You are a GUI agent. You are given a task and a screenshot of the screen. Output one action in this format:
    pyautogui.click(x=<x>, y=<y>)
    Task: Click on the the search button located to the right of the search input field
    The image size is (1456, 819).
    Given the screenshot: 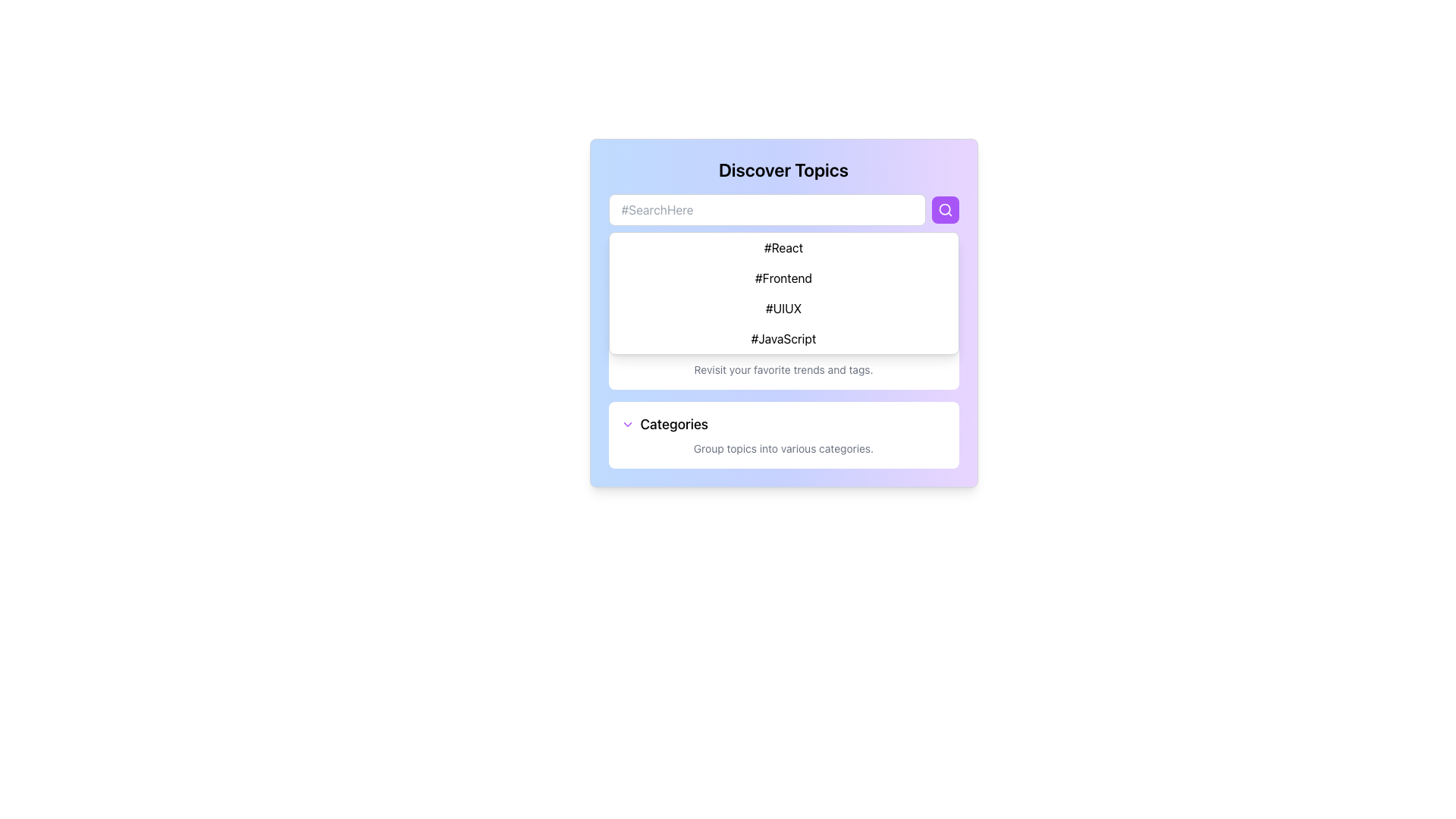 What is the action you would take?
    pyautogui.click(x=944, y=210)
    